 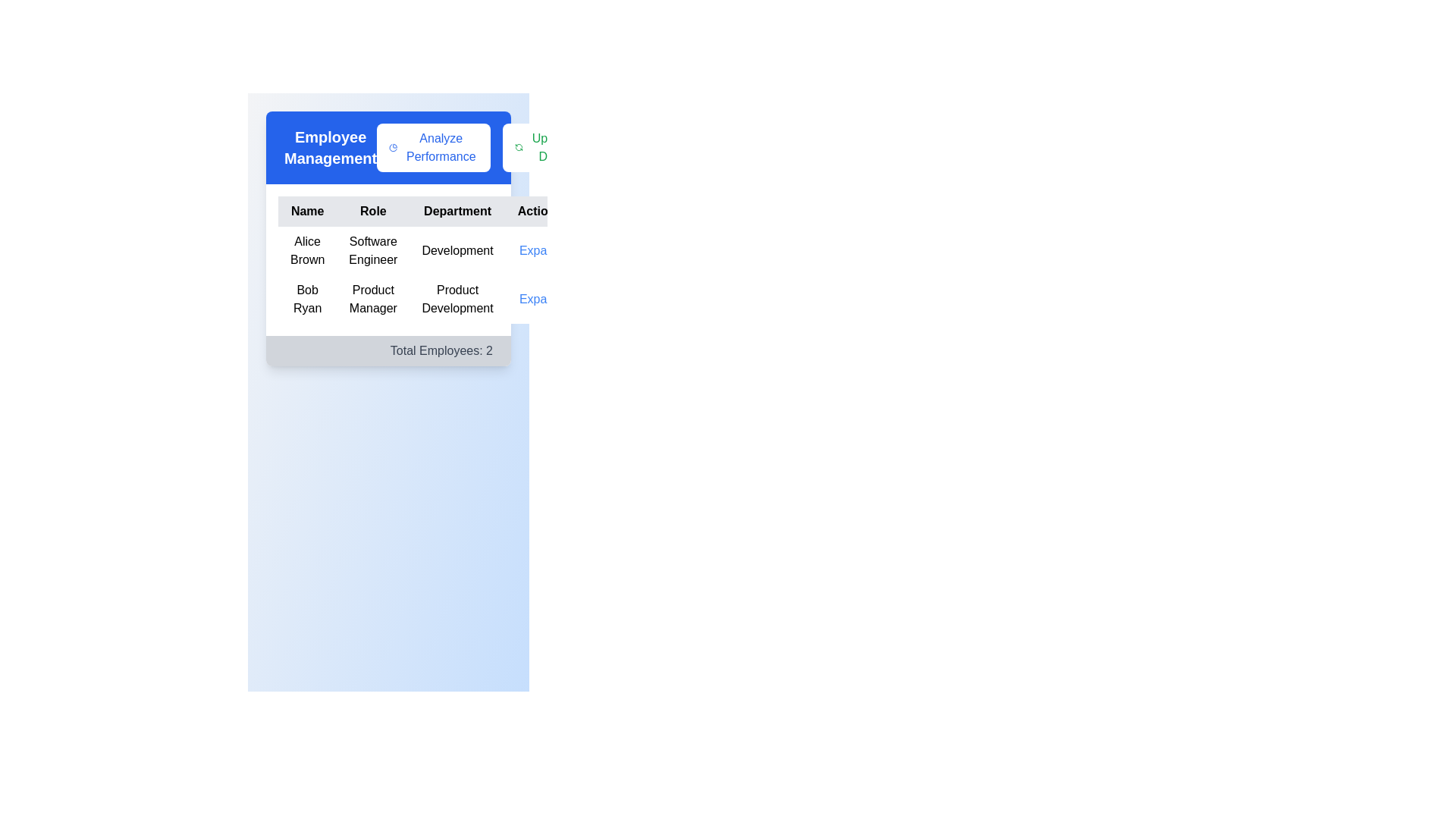 I want to click on the text label displaying 'Bob Ryan' in the second row of the table under the 'Name' header to trigger the hover-related event, so click(x=306, y=299).